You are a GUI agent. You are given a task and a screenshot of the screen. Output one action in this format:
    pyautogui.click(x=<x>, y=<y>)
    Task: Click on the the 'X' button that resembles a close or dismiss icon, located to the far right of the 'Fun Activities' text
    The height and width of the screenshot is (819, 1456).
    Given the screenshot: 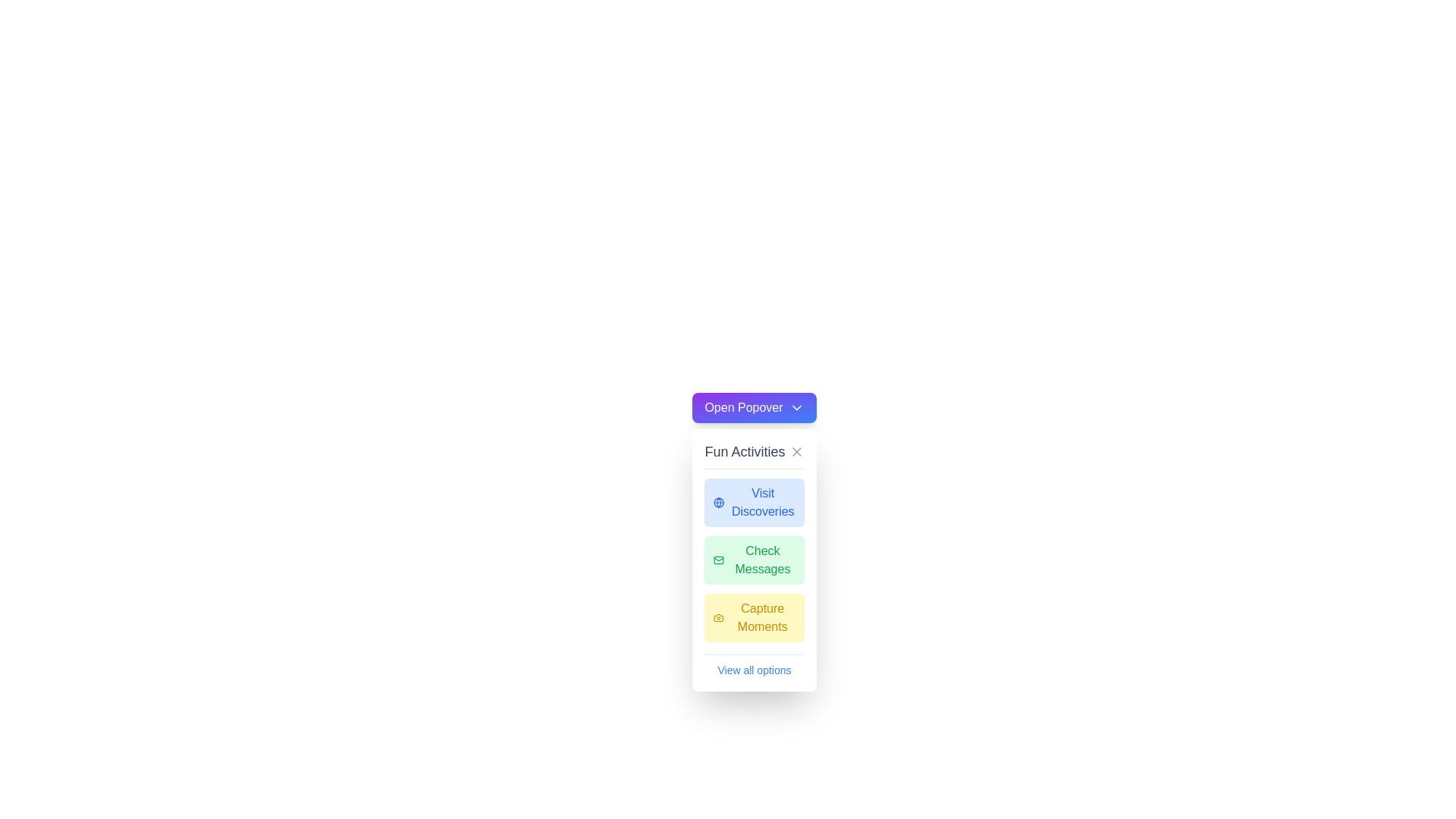 What is the action you would take?
    pyautogui.click(x=795, y=451)
    